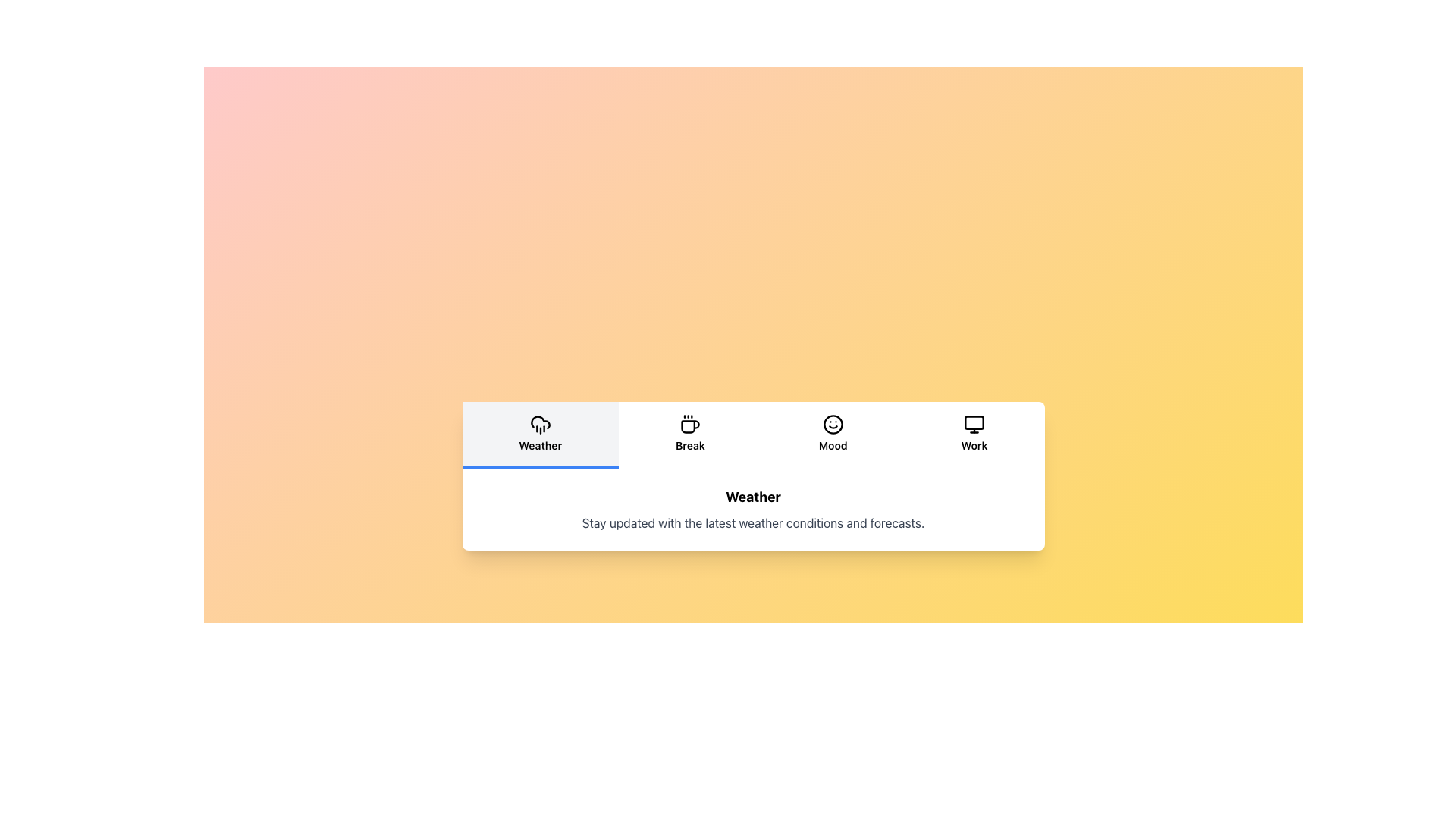 The width and height of the screenshot is (1456, 819). What do you see at coordinates (974, 433) in the screenshot?
I see `the 'Work' menu item, which features a computer monitor icon and is` at bounding box center [974, 433].